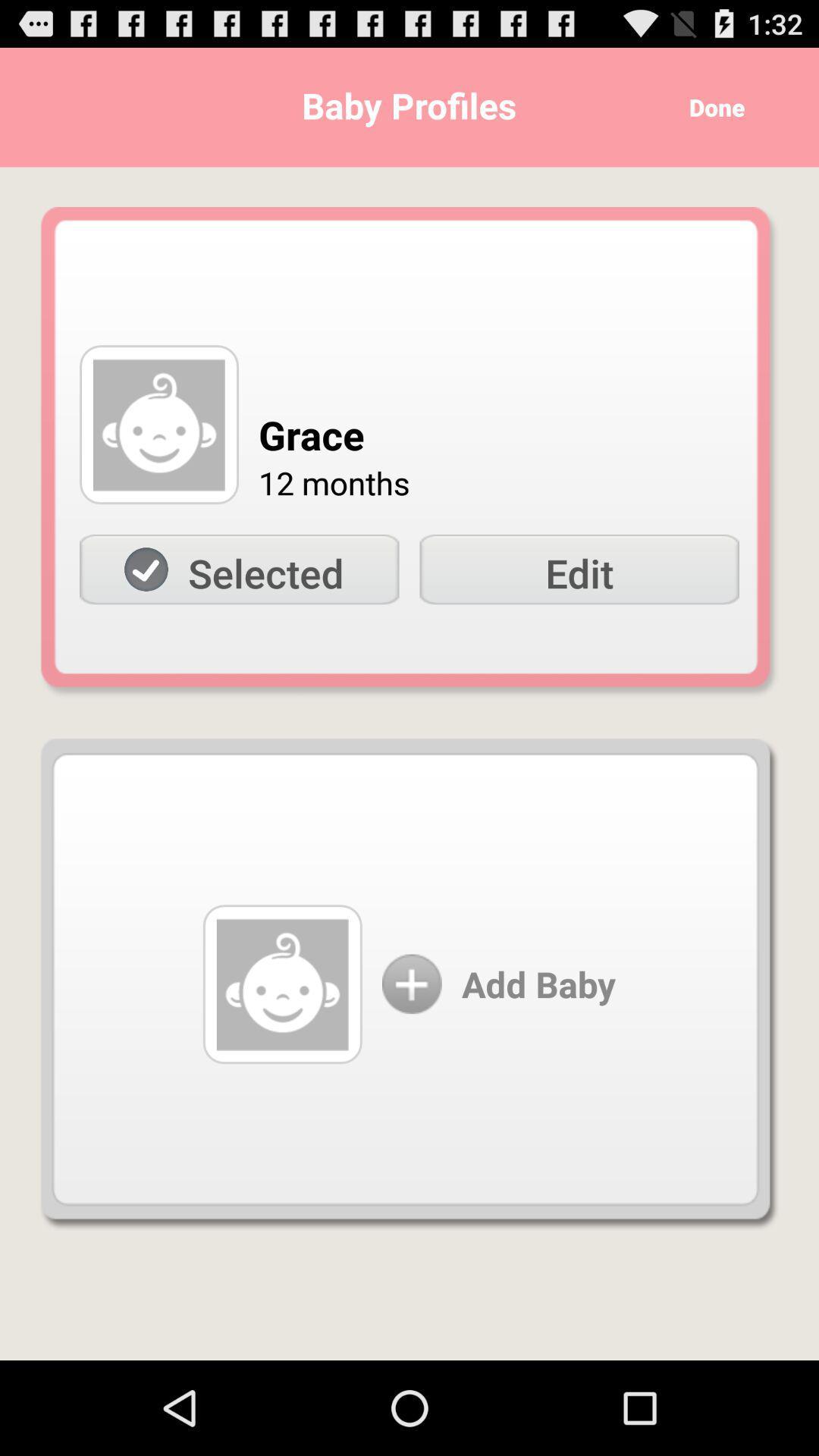  I want to click on edit, so click(579, 569).